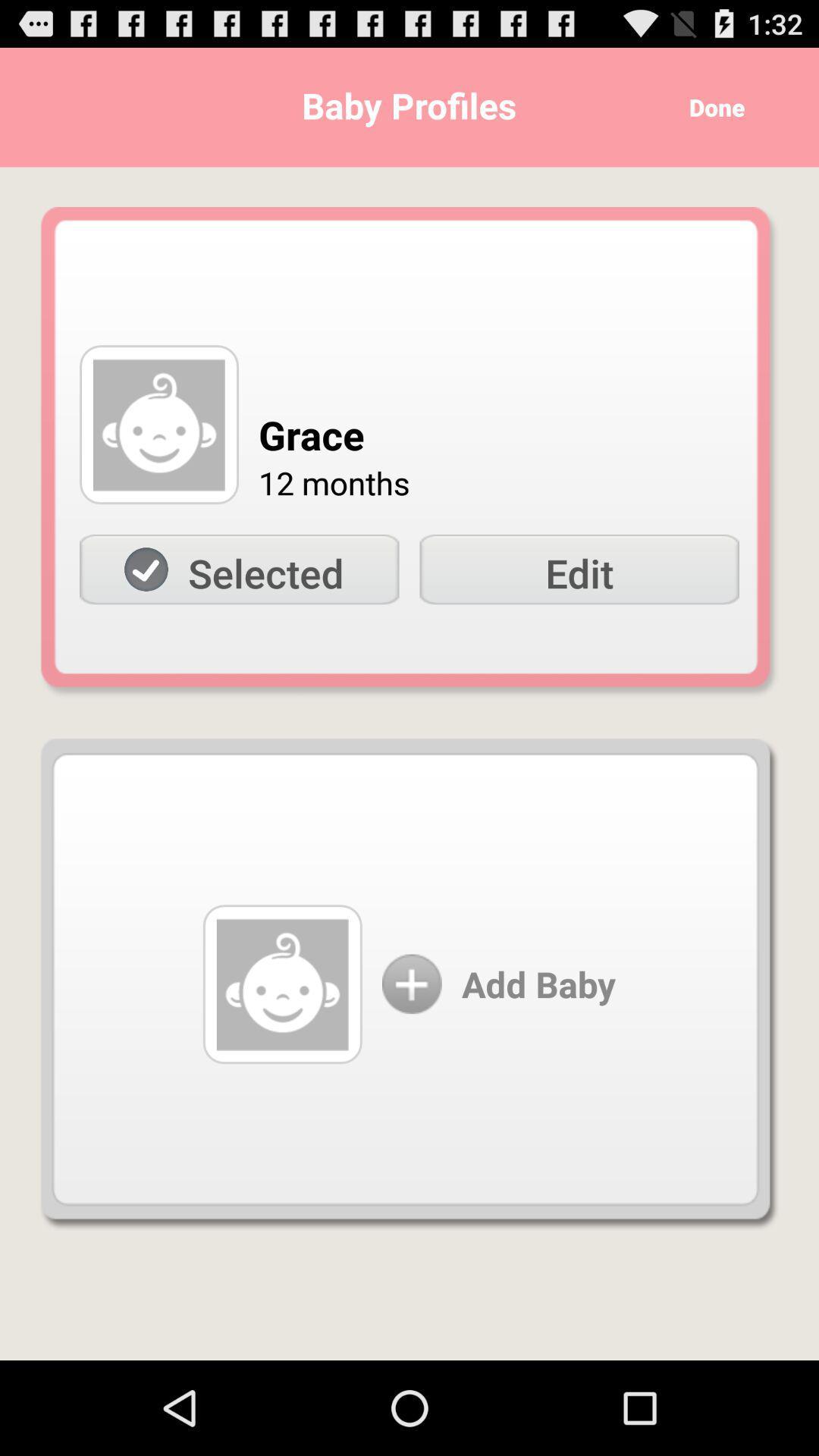  I want to click on edit, so click(579, 569).